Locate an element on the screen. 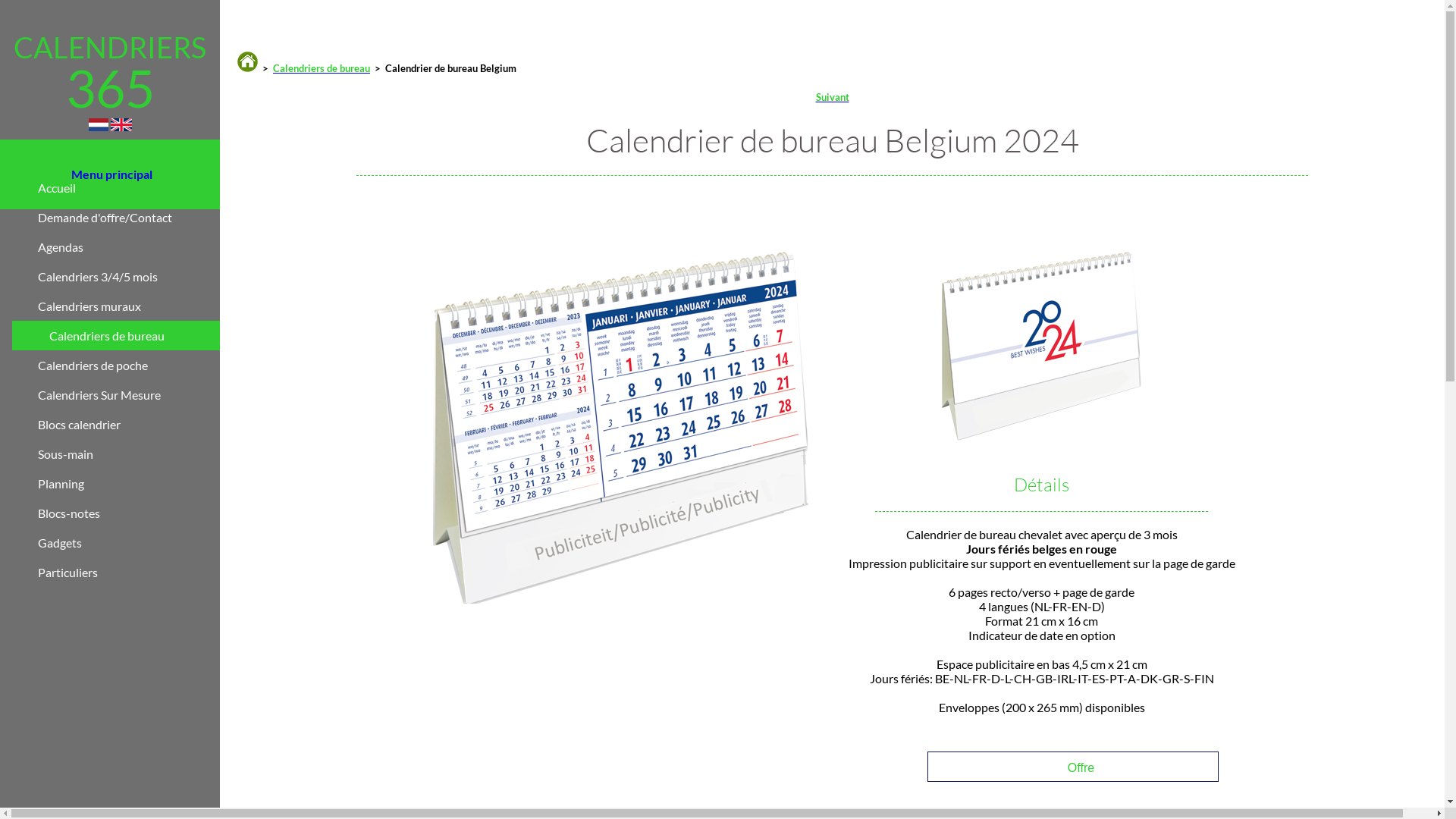 This screenshot has height=819, width=1456. 'Offre' is located at coordinates (1040, 767).